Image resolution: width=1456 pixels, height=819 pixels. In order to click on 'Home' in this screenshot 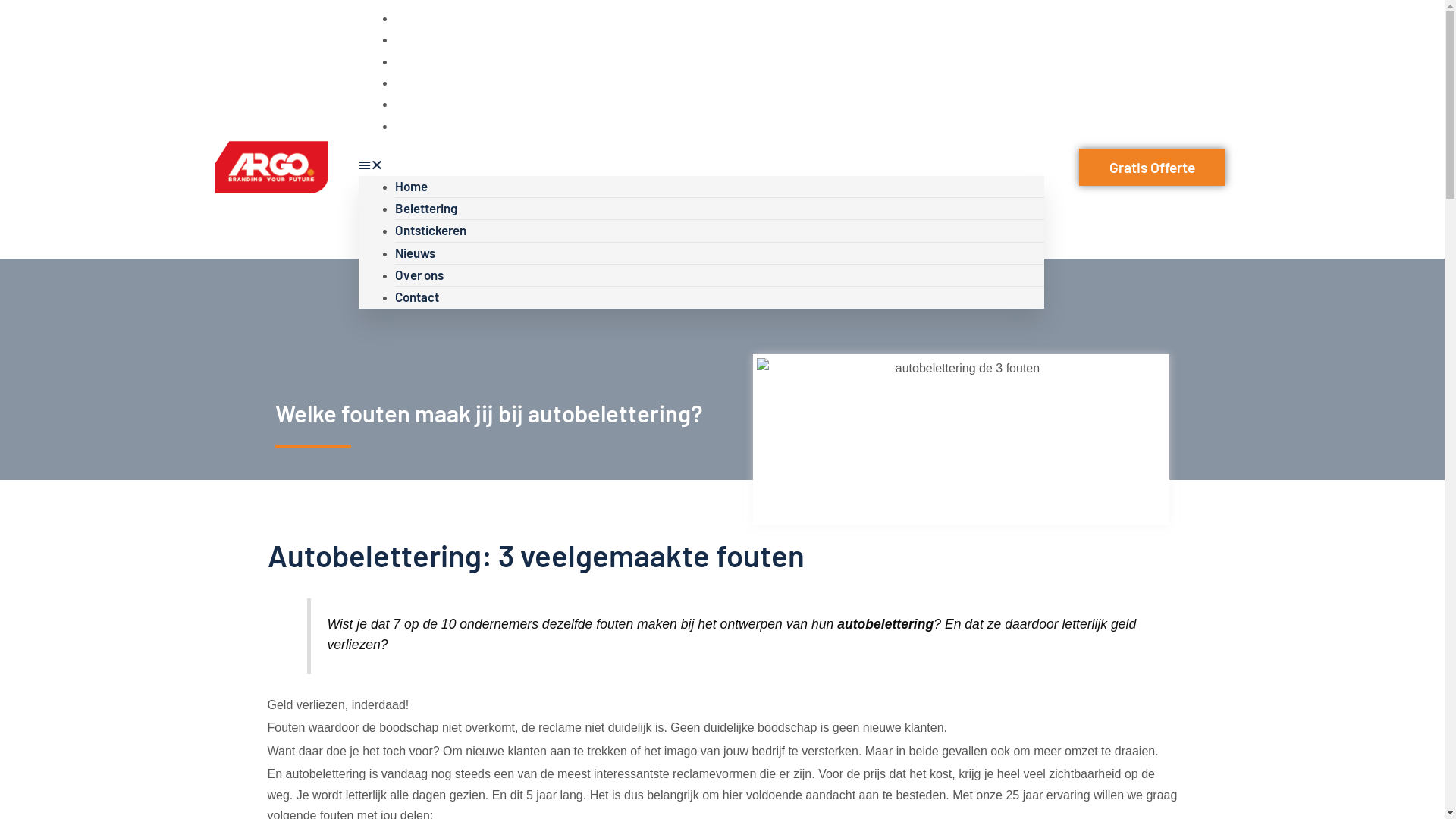, I will do `click(410, 17)`.